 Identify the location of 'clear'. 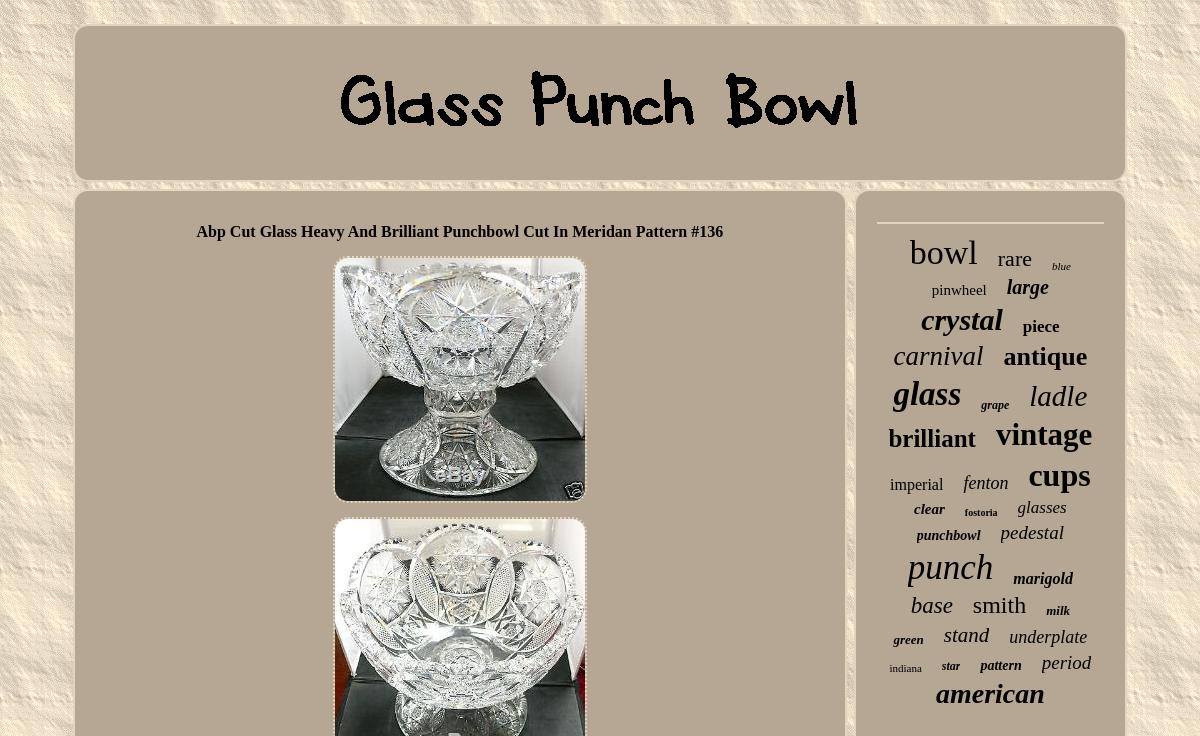
(914, 509).